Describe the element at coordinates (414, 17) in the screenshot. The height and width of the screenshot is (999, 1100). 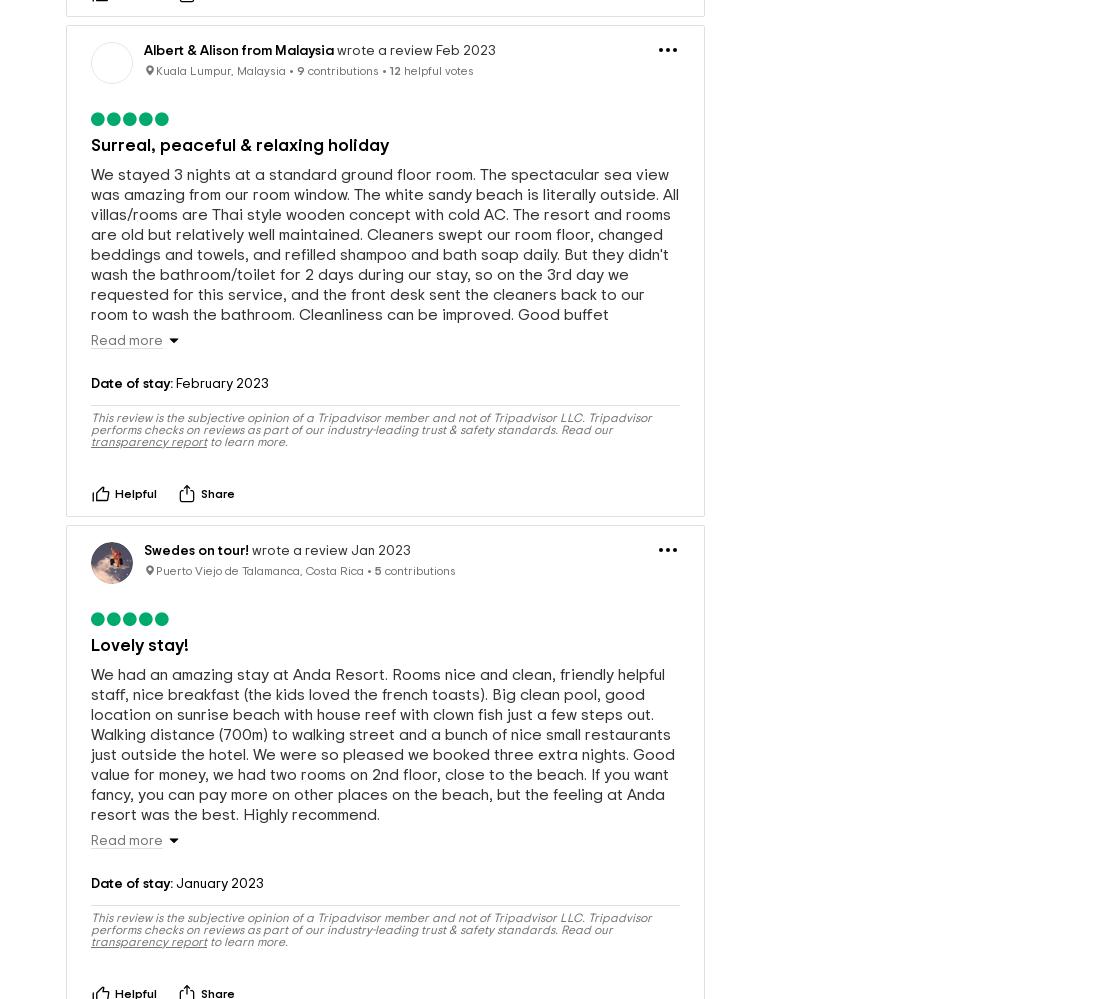
I see `'wrote a review Feb 2023'` at that location.